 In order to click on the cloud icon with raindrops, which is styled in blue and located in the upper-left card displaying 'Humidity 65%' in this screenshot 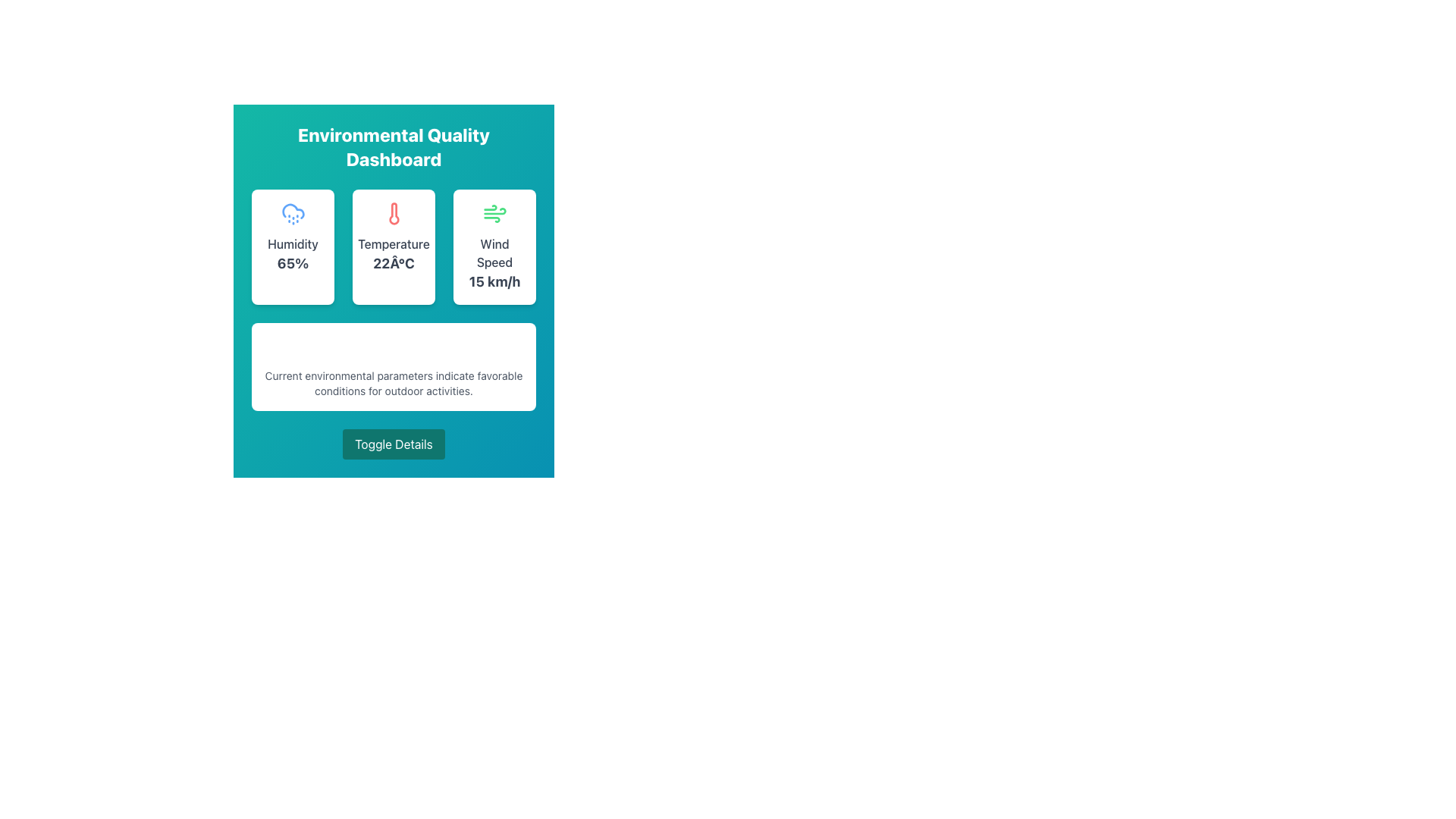, I will do `click(293, 213)`.